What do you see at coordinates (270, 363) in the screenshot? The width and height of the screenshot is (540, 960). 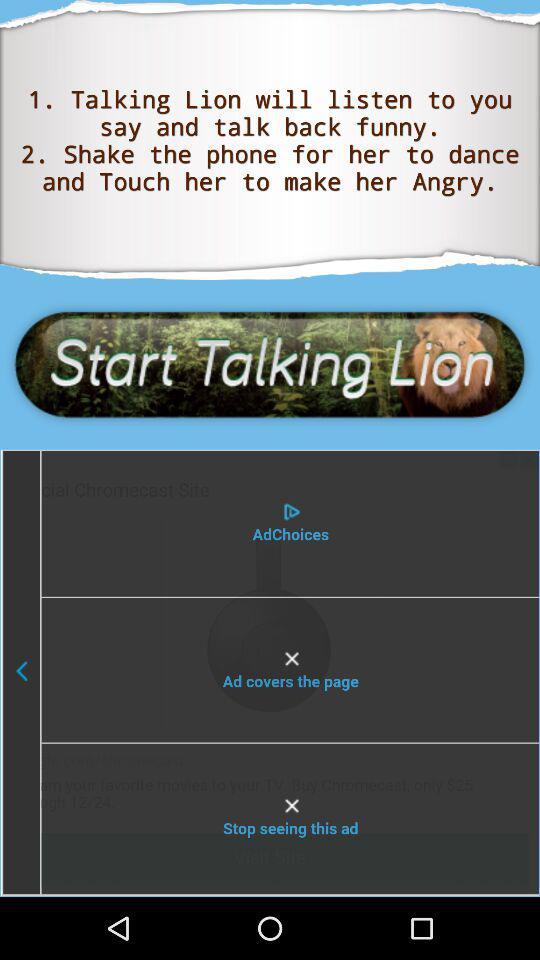 I see `button to start talking lion` at bounding box center [270, 363].